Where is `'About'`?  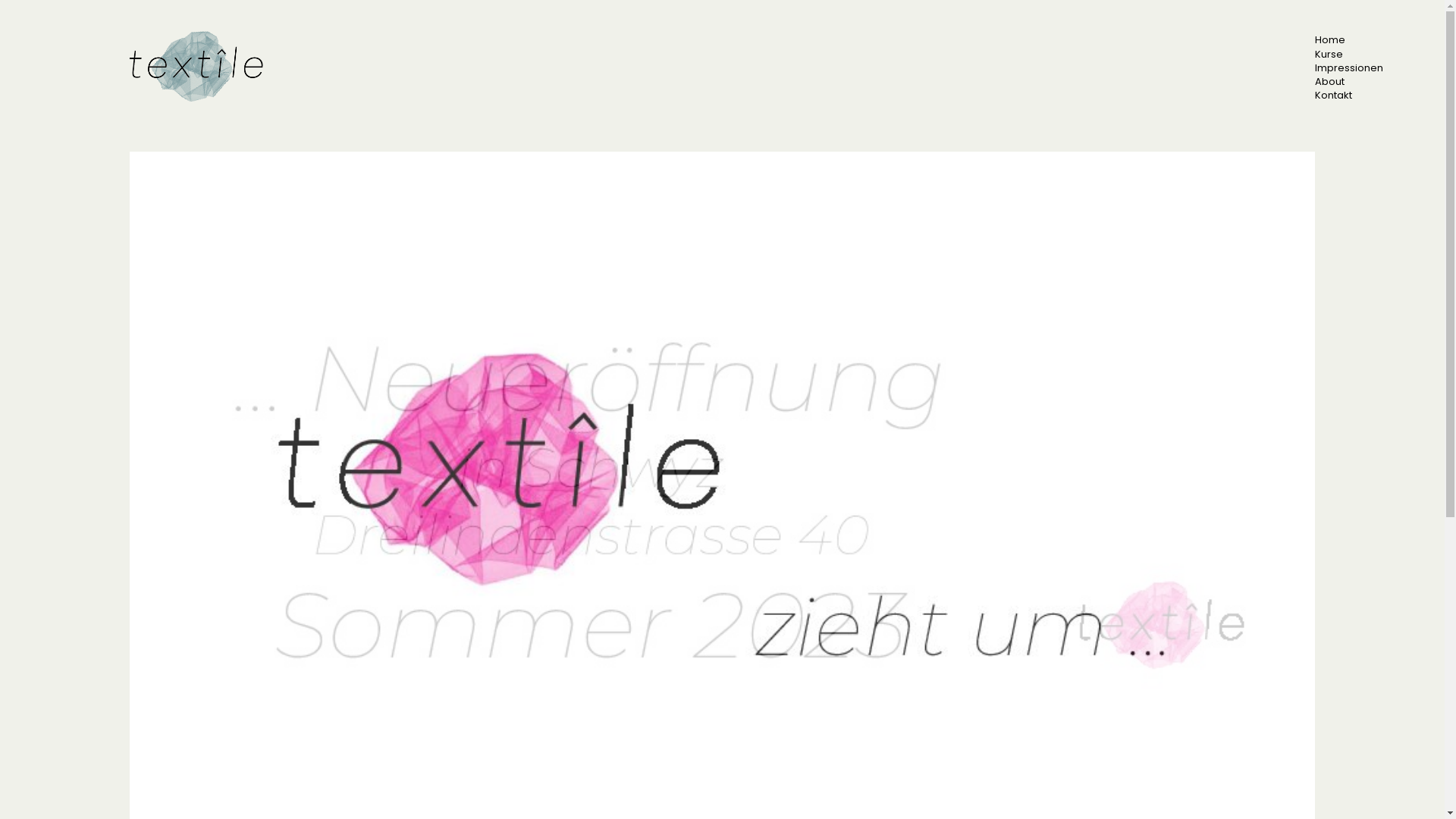
'About' is located at coordinates (1313, 81).